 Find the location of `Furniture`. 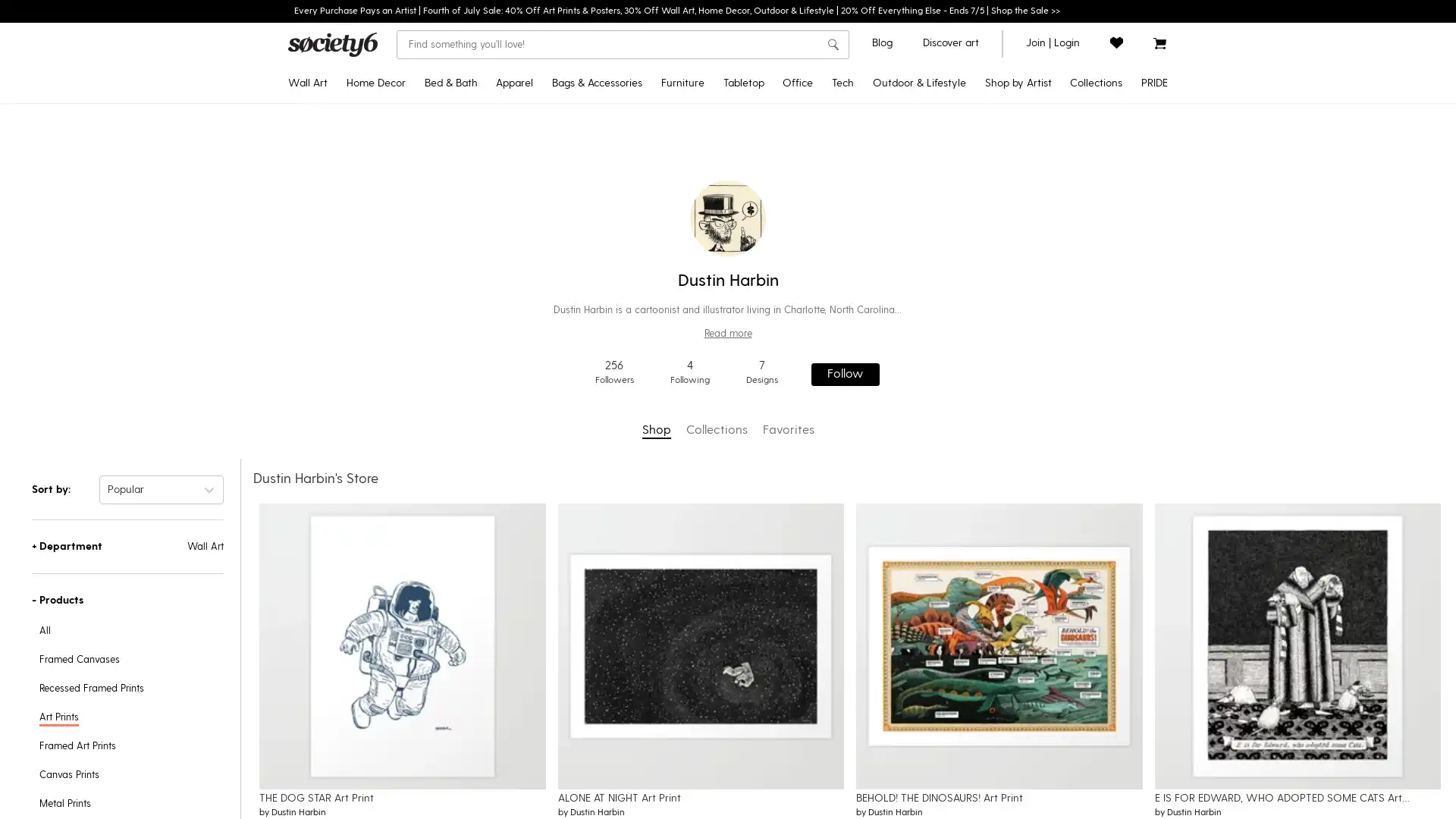

Furniture is located at coordinates (681, 83).